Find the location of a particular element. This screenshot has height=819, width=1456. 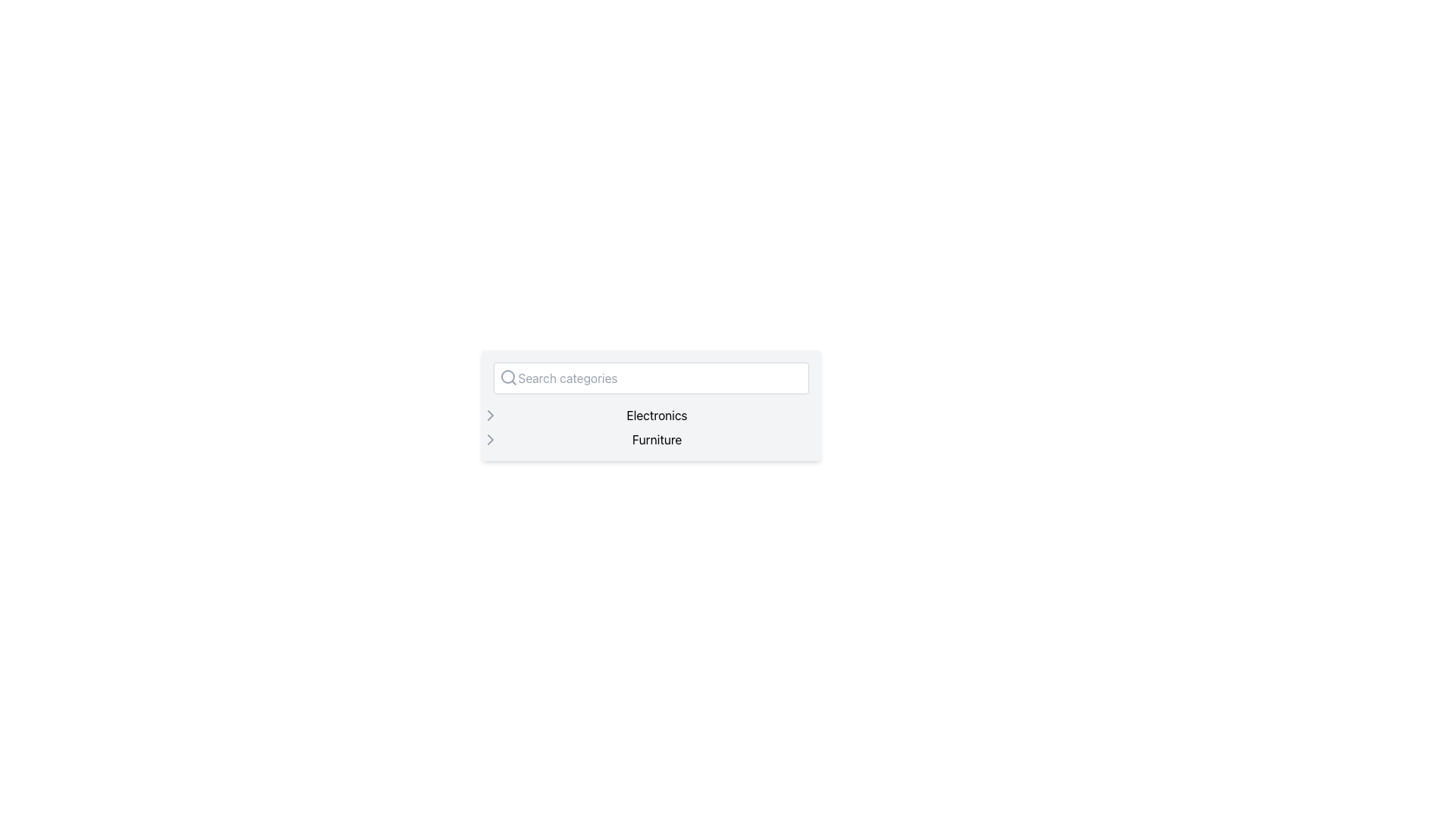

the circular SVG element located within the search icon, which is positioned to the left of the 'Search categories' input field is located at coordinates (507, 376).